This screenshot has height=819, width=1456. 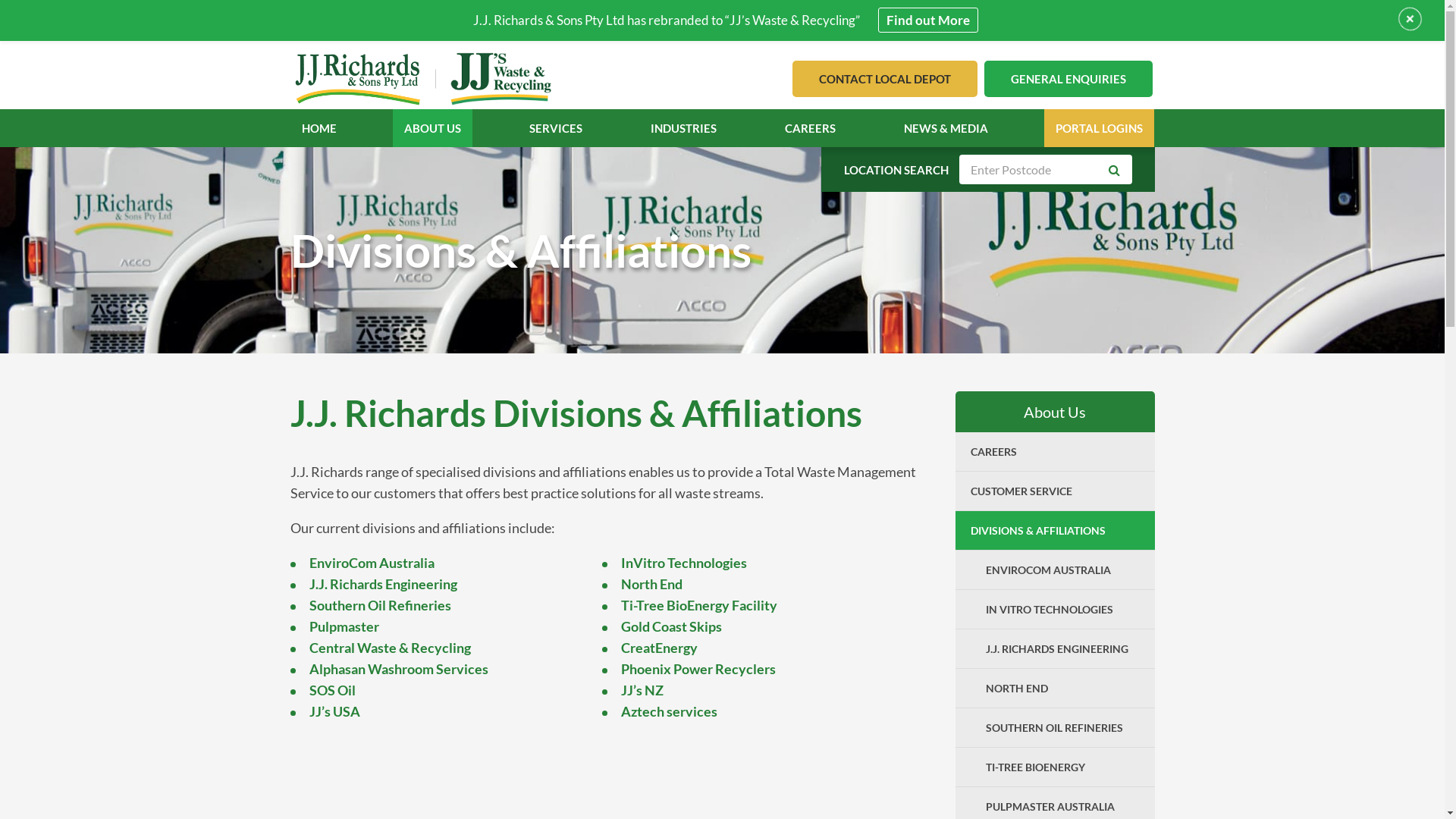 What do you see at coordinates (331, 690) in the screenshot?
I see `'SOS Oil'` at bounding box center [331, 690].